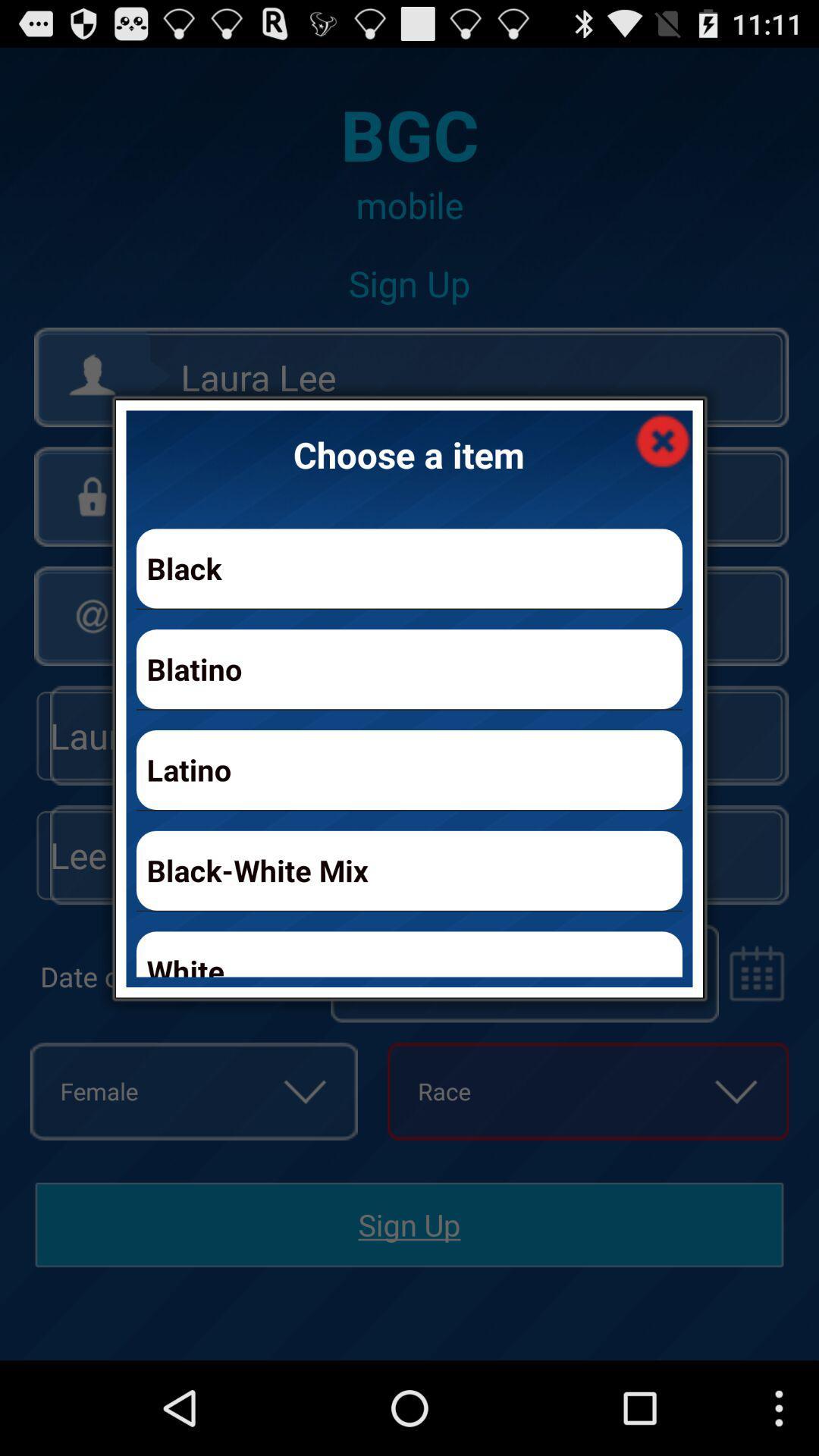 The width and height of the screenshot is (819, 1456). I want to click on icon above black, so click(662, 439).